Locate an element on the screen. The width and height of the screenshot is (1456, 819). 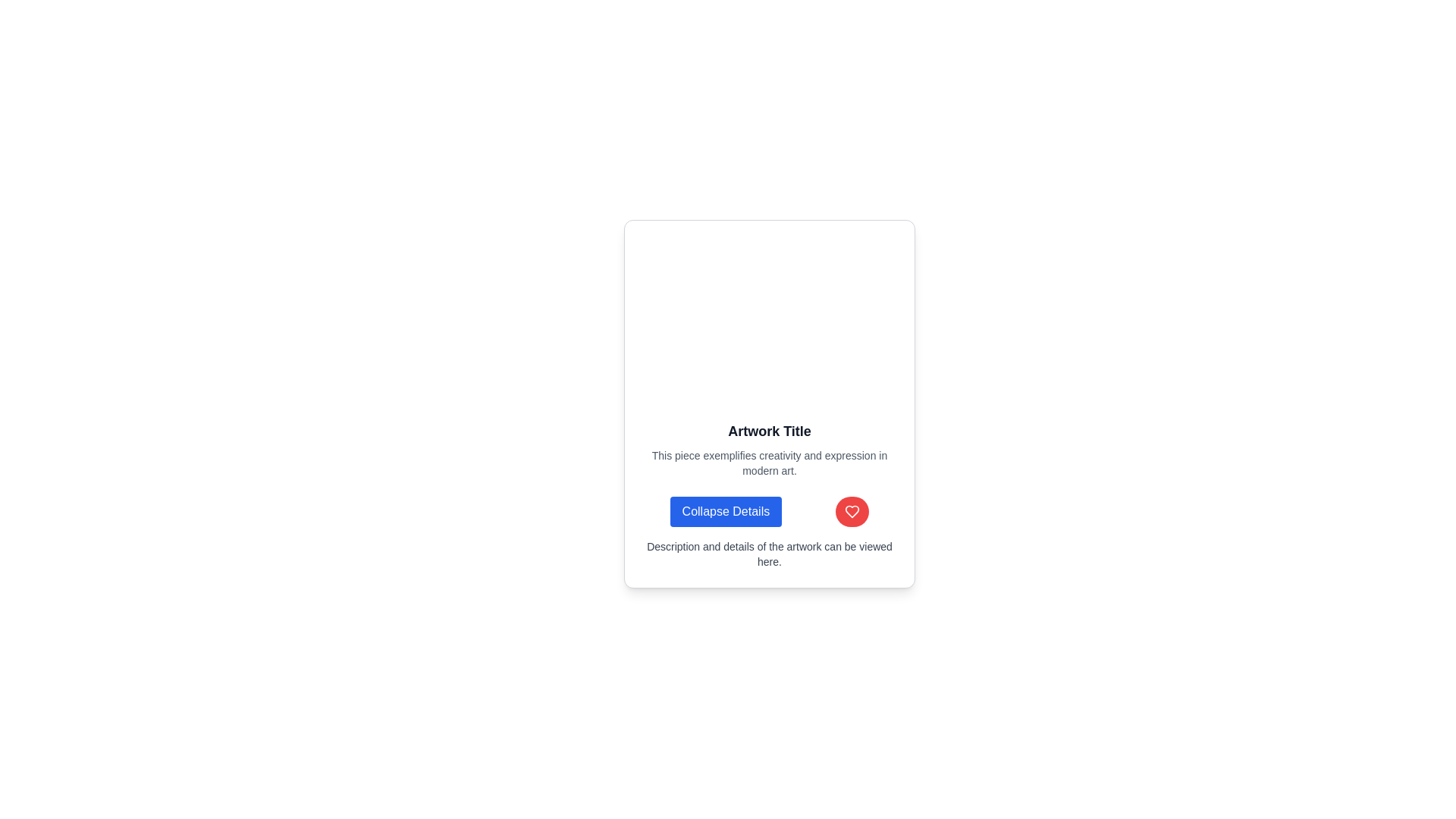
text label (heading) that serves as the title for the artwork, prominently displayed above the descriptive paragraph is located at coordinates (769, 431).